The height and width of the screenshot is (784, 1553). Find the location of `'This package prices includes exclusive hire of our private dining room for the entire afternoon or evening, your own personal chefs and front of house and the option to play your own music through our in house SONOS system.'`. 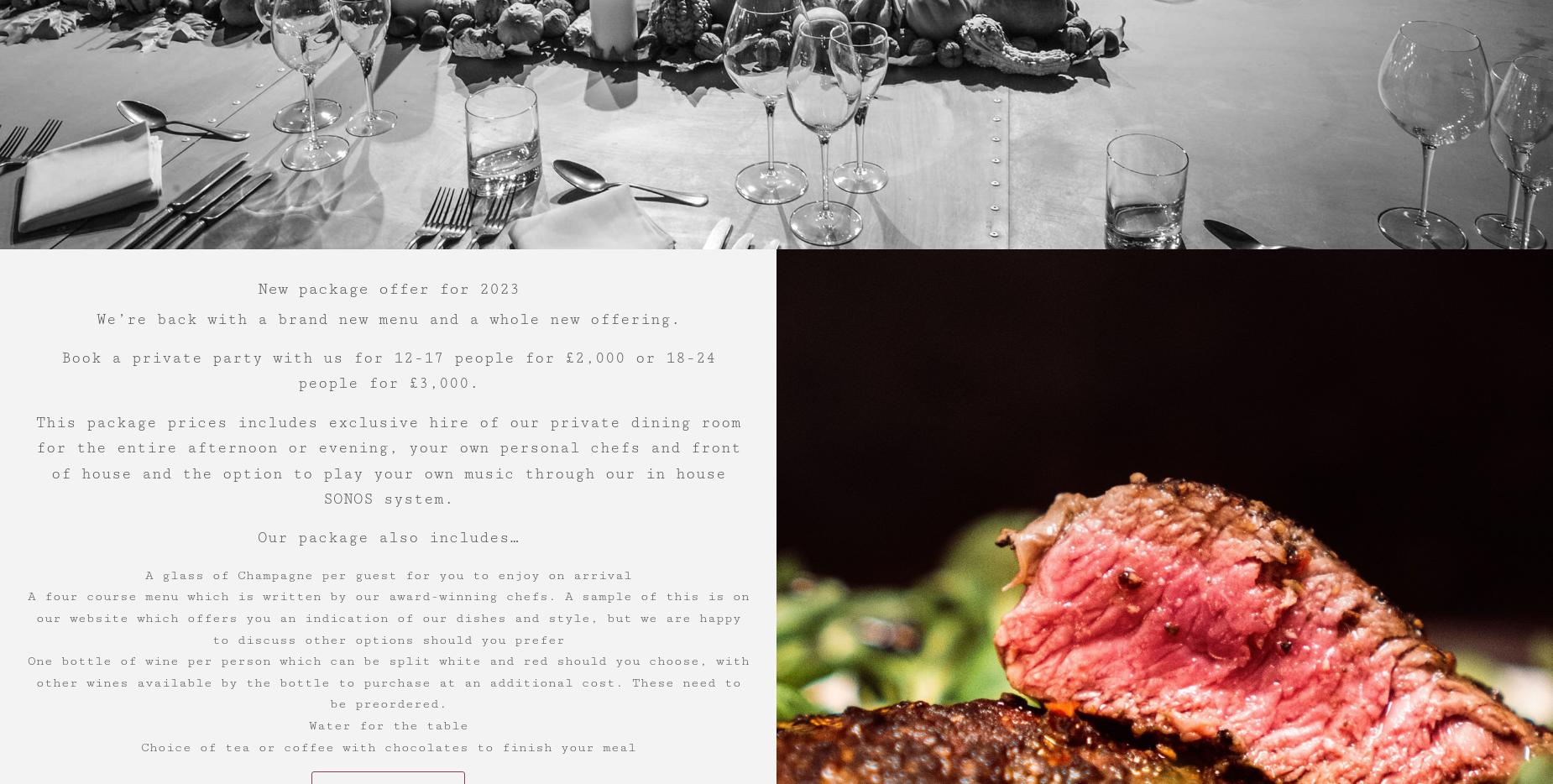

'This package prices includes exclusive hire of our private dining room for the entire afternoon or evening, your own personal chefs and front of house and the option to play your own music through our in house SONOS system.' is located at coordinates (386, 460).